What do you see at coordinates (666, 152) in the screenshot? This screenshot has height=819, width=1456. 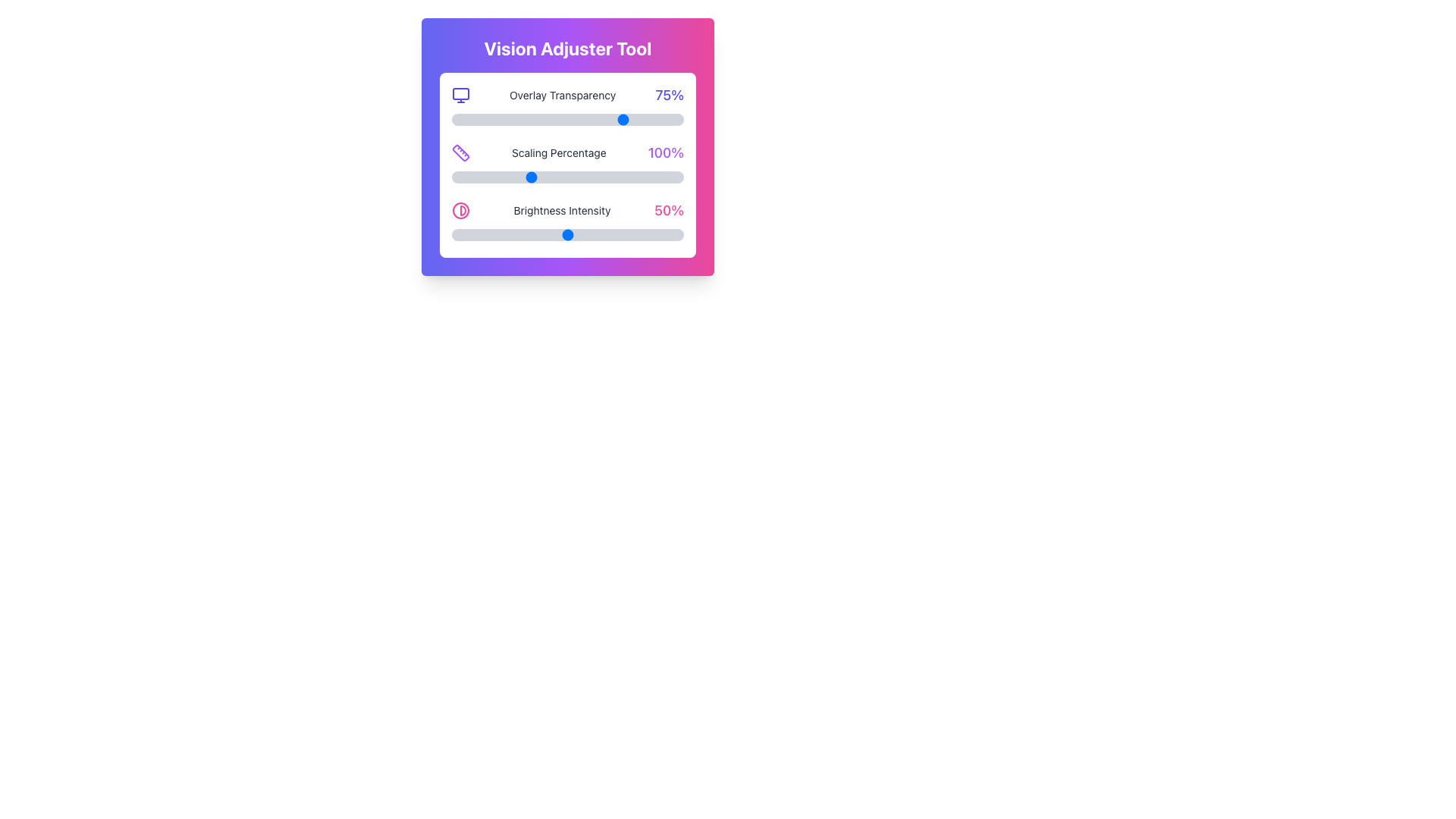 I see `the static text label displaying the current scaling percentage, which is located to the right of the 'Scaling Percentage' text in the 'Vision Adjuster Tool' panel` at bounding box center [666, 152].